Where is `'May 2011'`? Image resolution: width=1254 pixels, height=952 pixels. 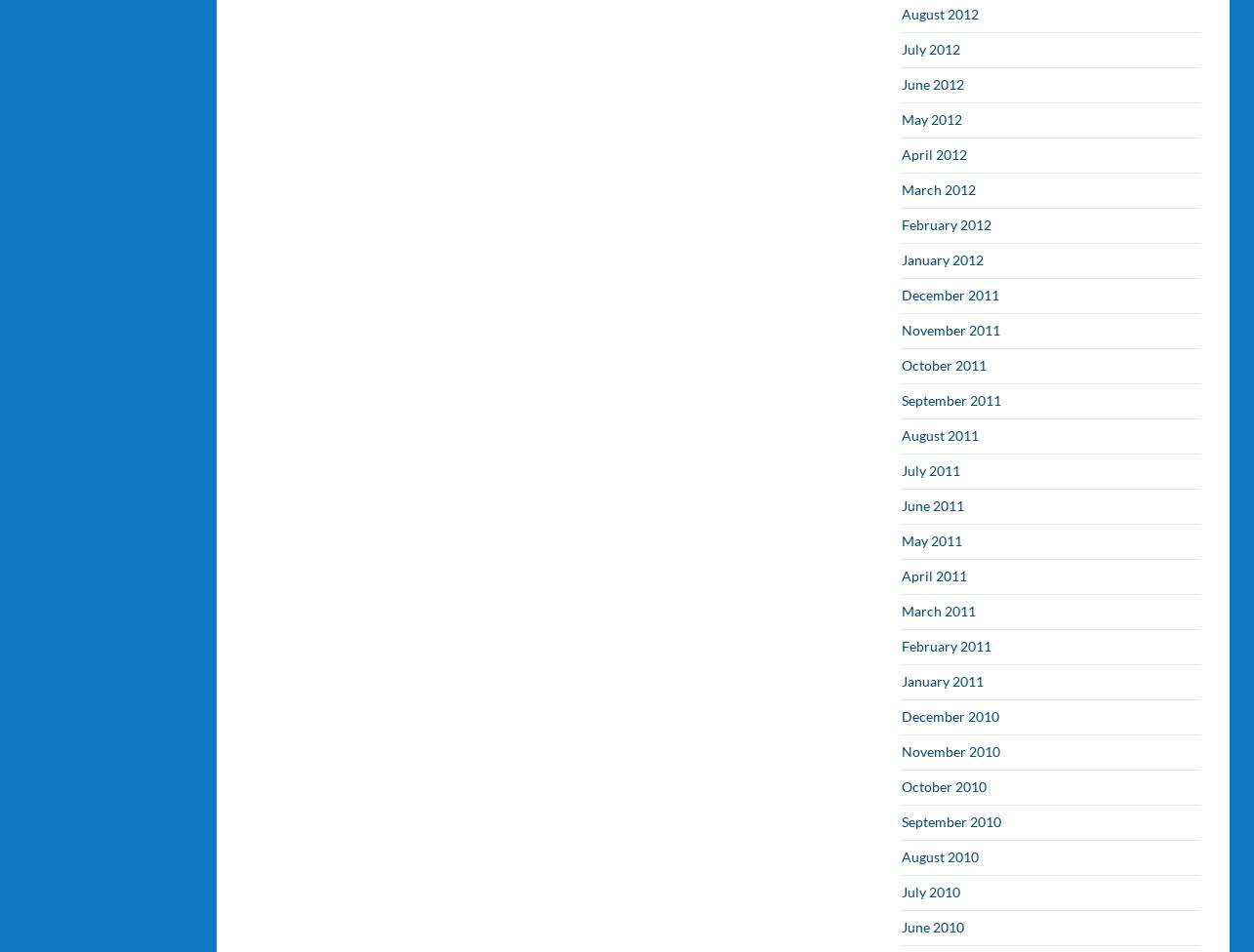 'May 2011' is located at coordinates (932, 540).